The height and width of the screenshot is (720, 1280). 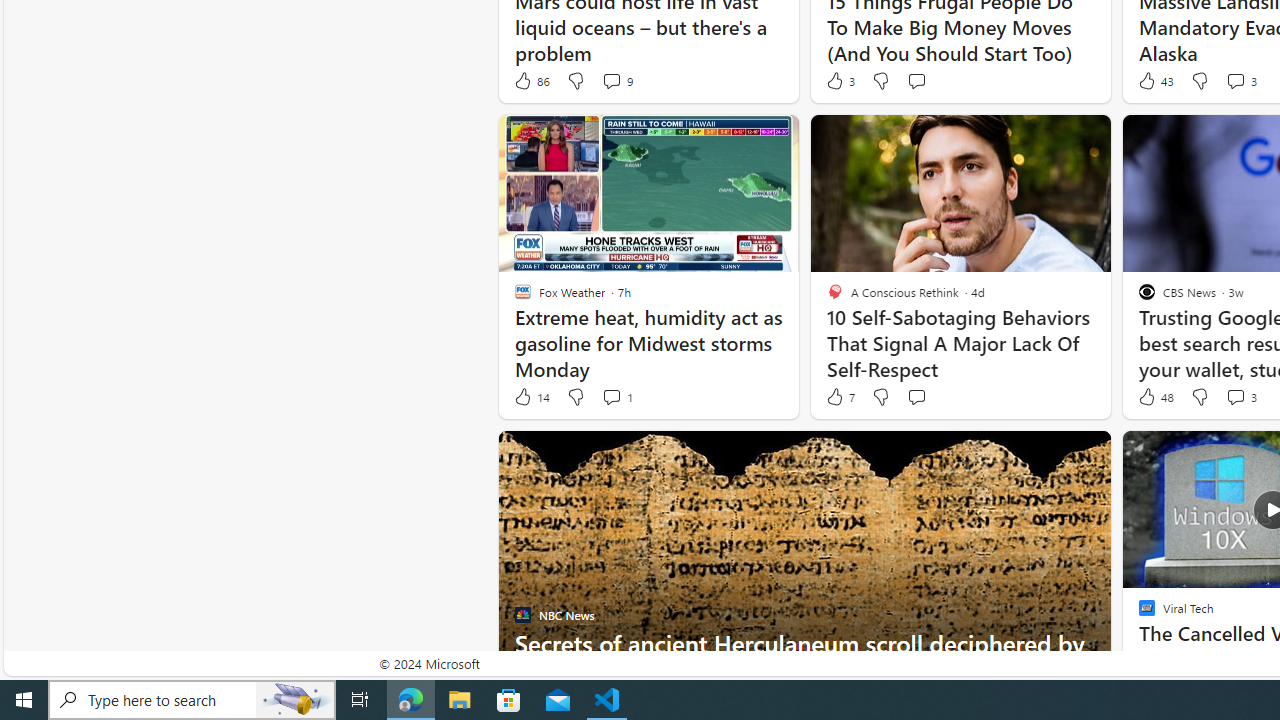 What do you see at coordinates (1154, 80) in the screenshot?
I see `'43 Like'` at bounding box center [1154, 80].